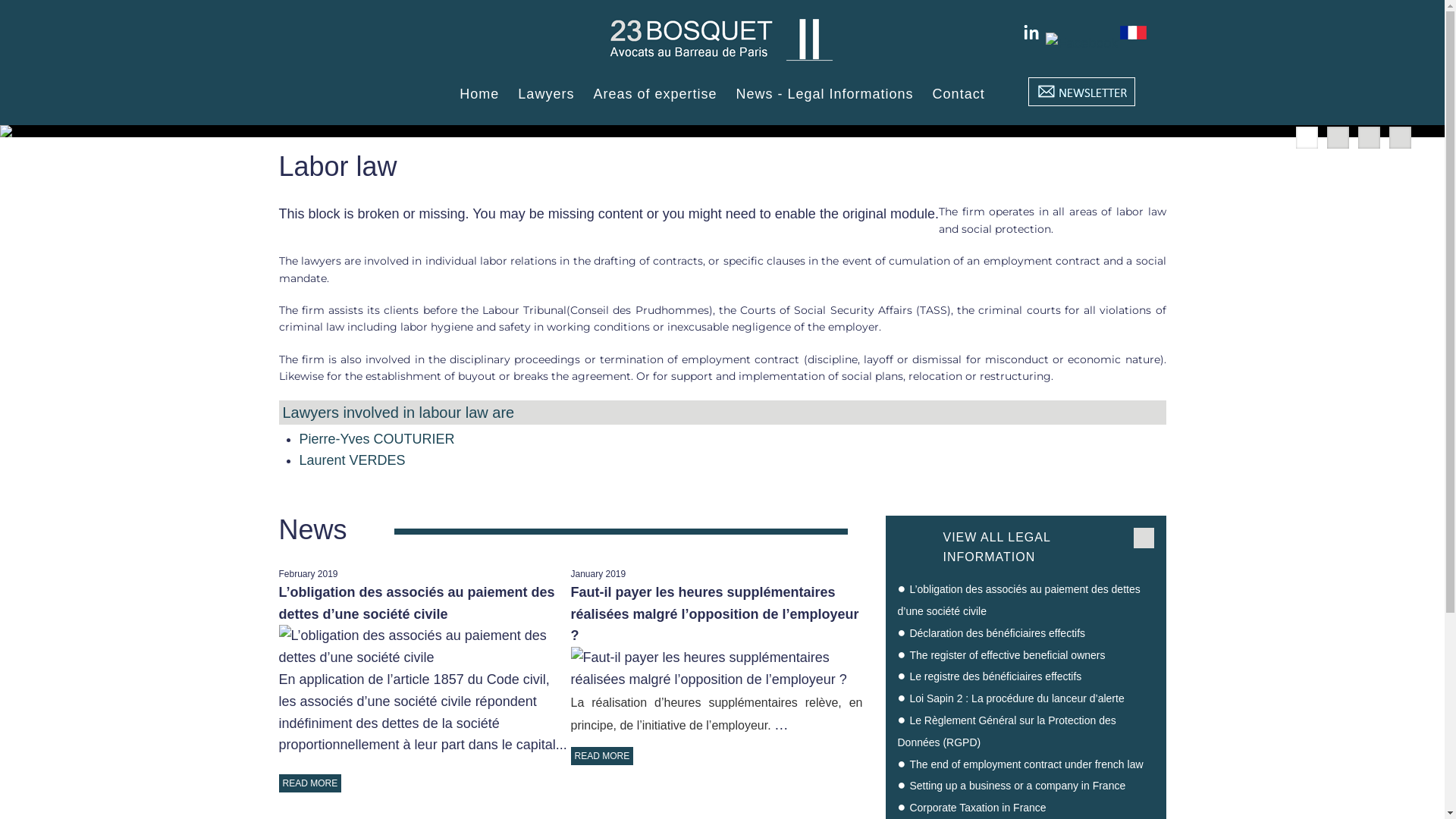 The height and width of the screenshot is (819, 1456). What do you see at coordinates (909, 654) in the screenshot?
I see `'The register of effective beneficial owners'` at bounding box center [909, 654].